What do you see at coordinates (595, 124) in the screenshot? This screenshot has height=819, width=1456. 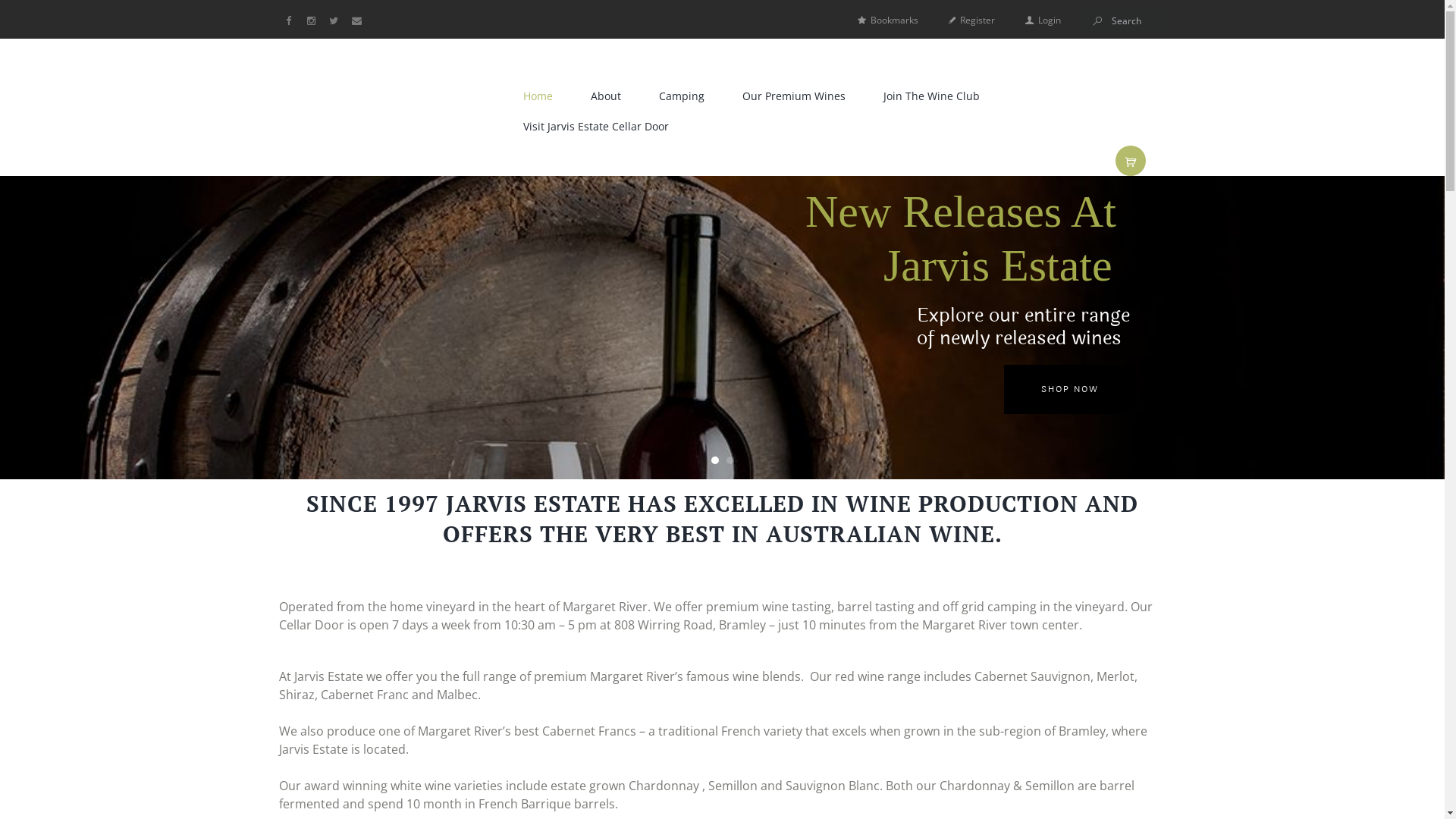 I see `'Visit Jarvis Estate Cellar Door'` at bounding box center [595, 124].